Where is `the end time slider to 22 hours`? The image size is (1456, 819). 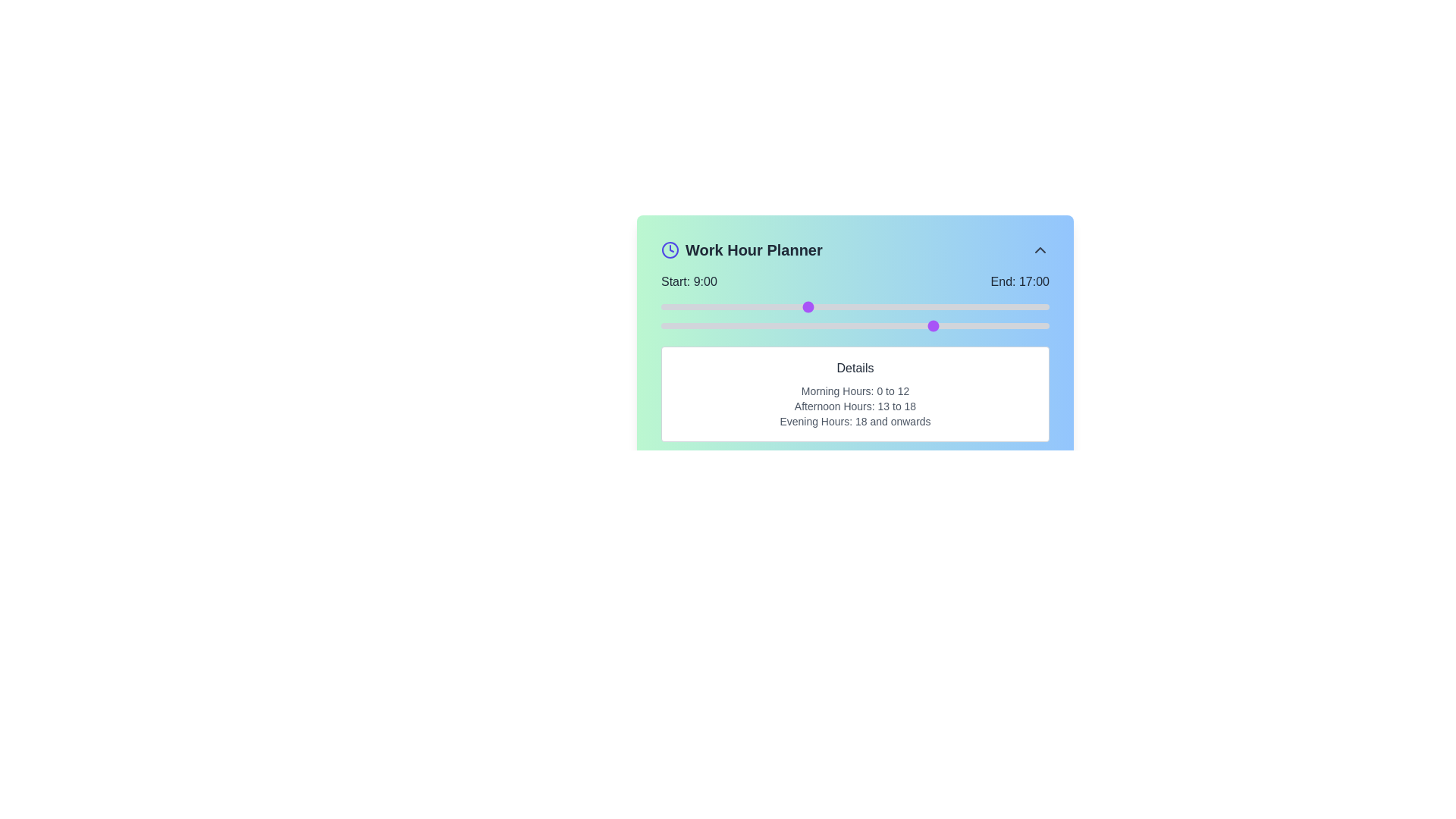 the end time slider to 22 hours is located at coordinates (1017, 325).